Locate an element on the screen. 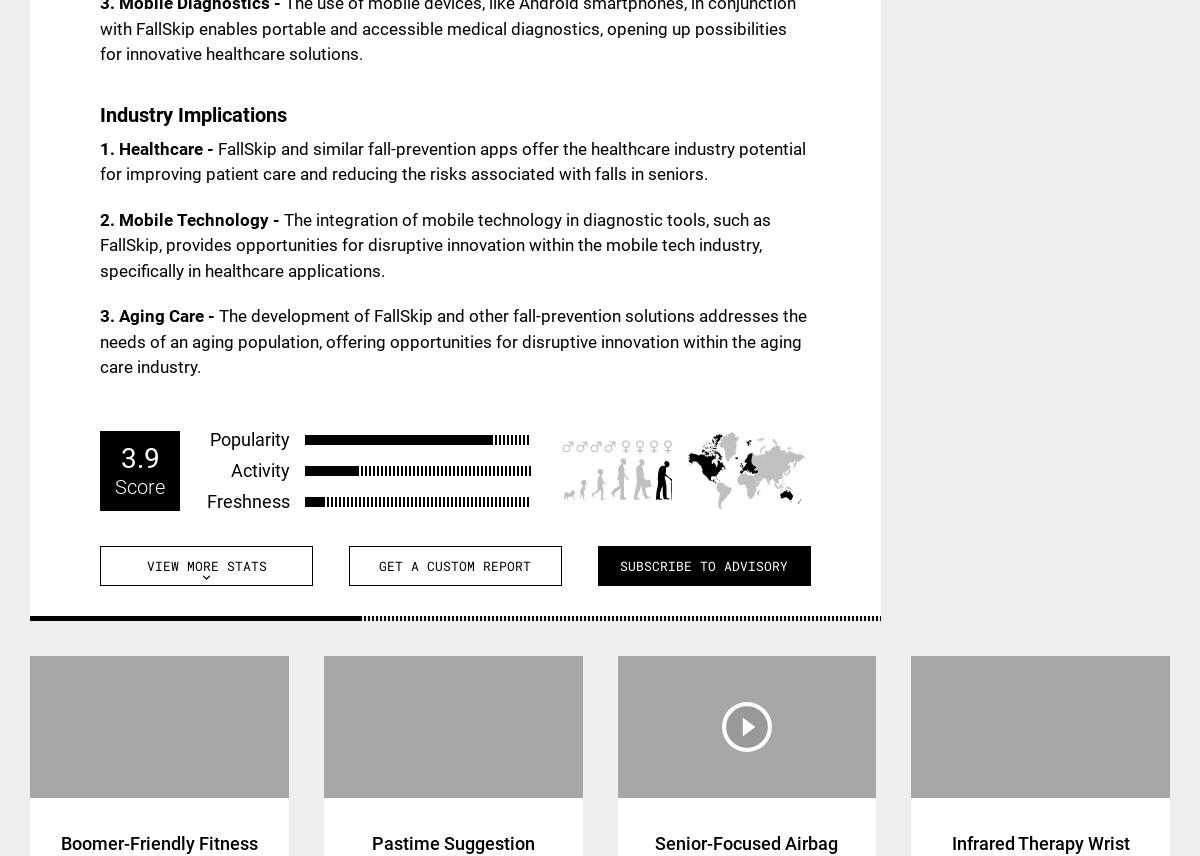  'expand_more' is located at coordinates (205, 576).